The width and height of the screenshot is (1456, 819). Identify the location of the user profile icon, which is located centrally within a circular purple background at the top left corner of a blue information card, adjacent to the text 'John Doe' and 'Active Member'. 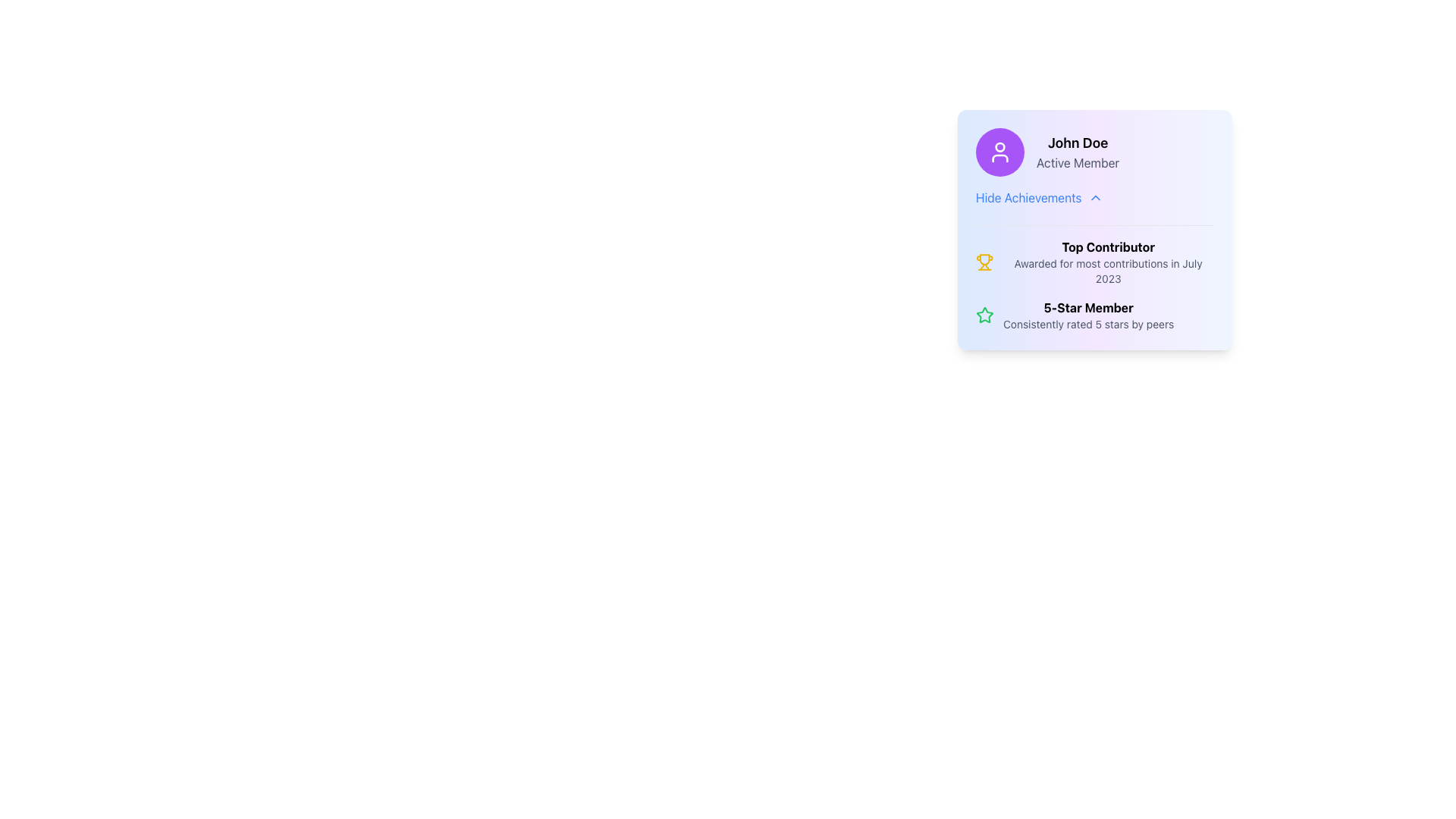
(1000, 152).